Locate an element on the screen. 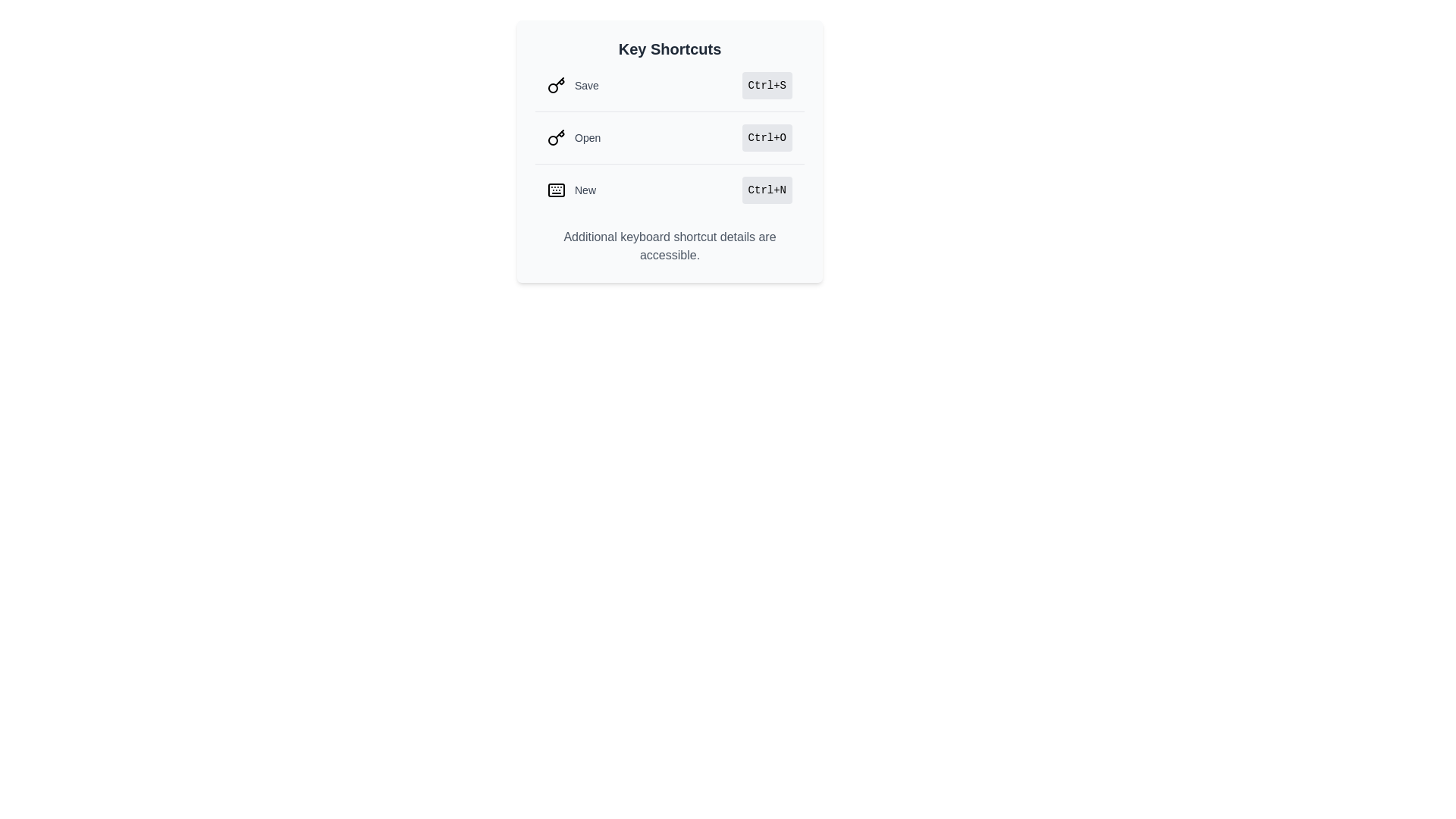  the keyboard icon located next to the 'New' text label, which is the first item in the list of keyboard shortcuts is located at coordinates (556, 189).